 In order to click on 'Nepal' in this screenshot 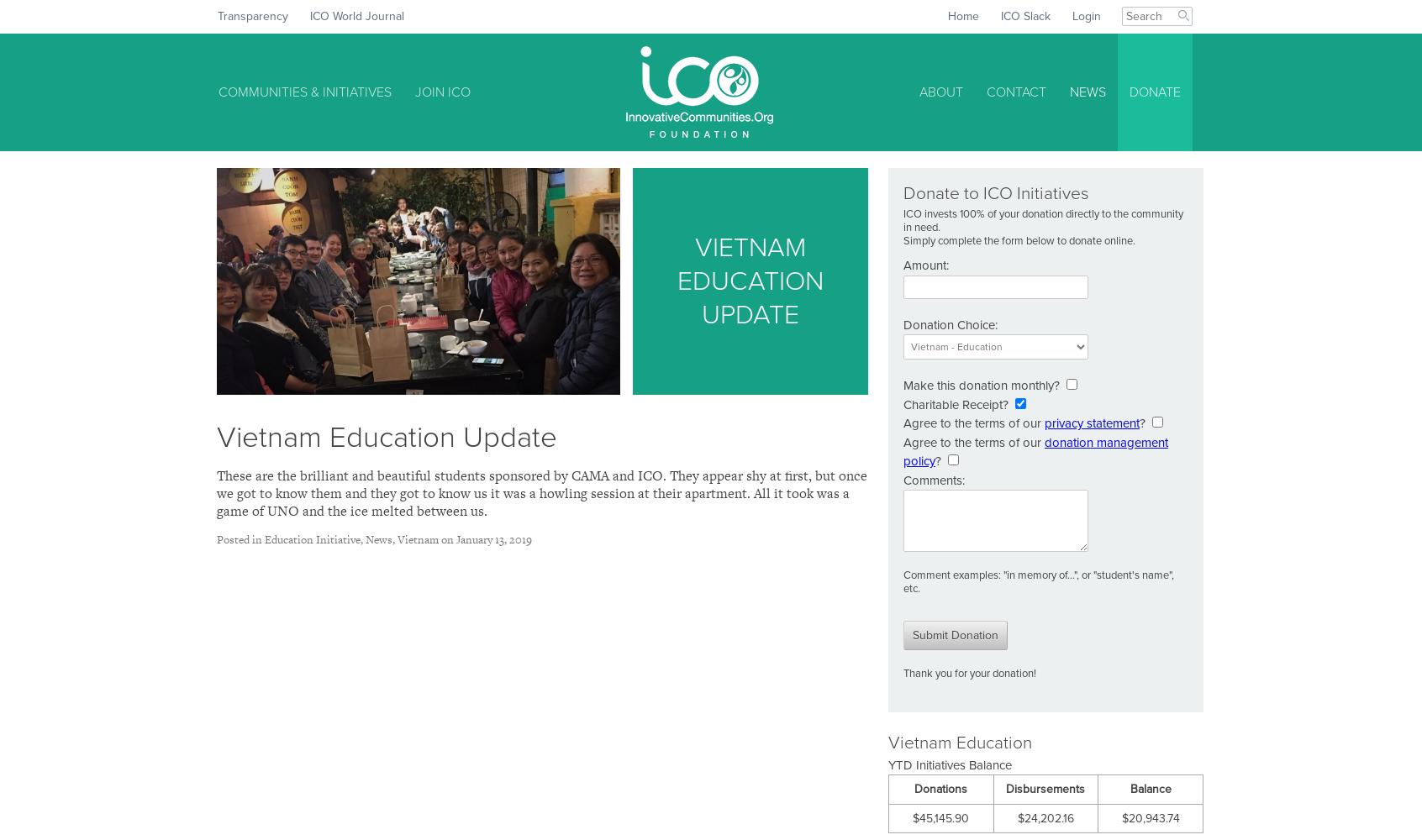, I will do `click(722, 175)`.